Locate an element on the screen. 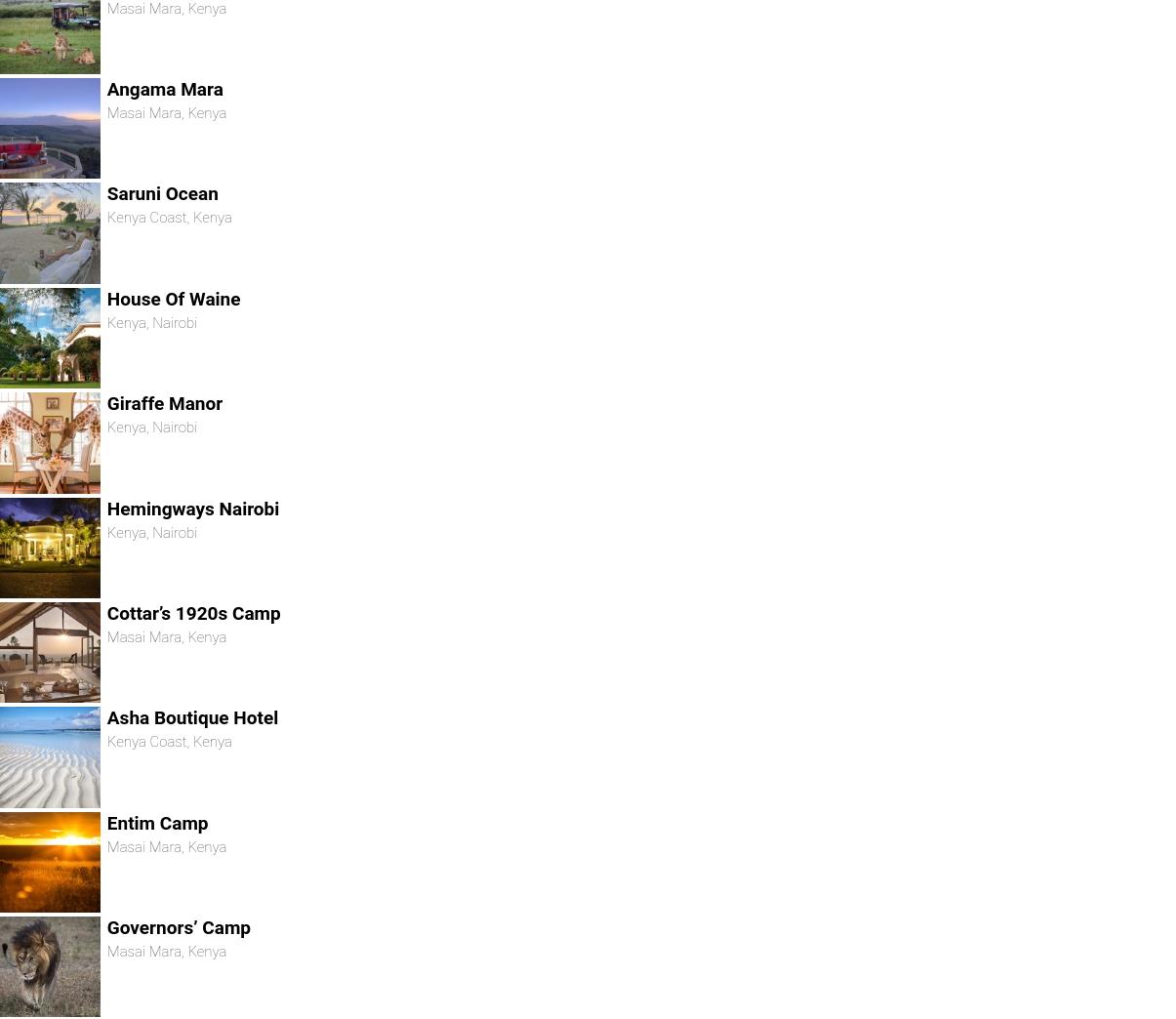  'Governors’ Camp' is located at coordinates (178, 925).